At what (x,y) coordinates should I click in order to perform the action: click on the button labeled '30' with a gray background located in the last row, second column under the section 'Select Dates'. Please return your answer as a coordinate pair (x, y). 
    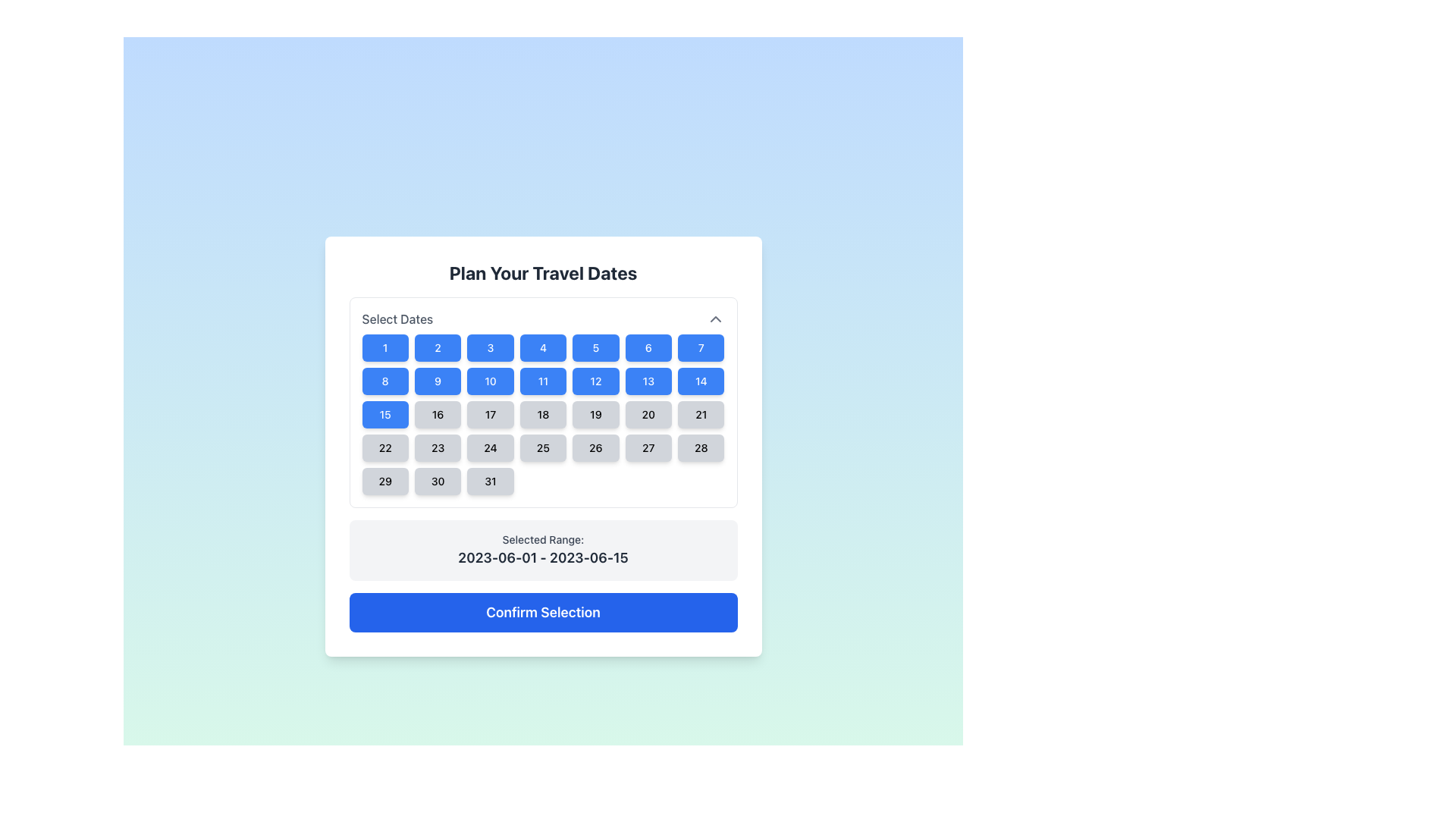
    Looking at the image, I should click on (437, 482).